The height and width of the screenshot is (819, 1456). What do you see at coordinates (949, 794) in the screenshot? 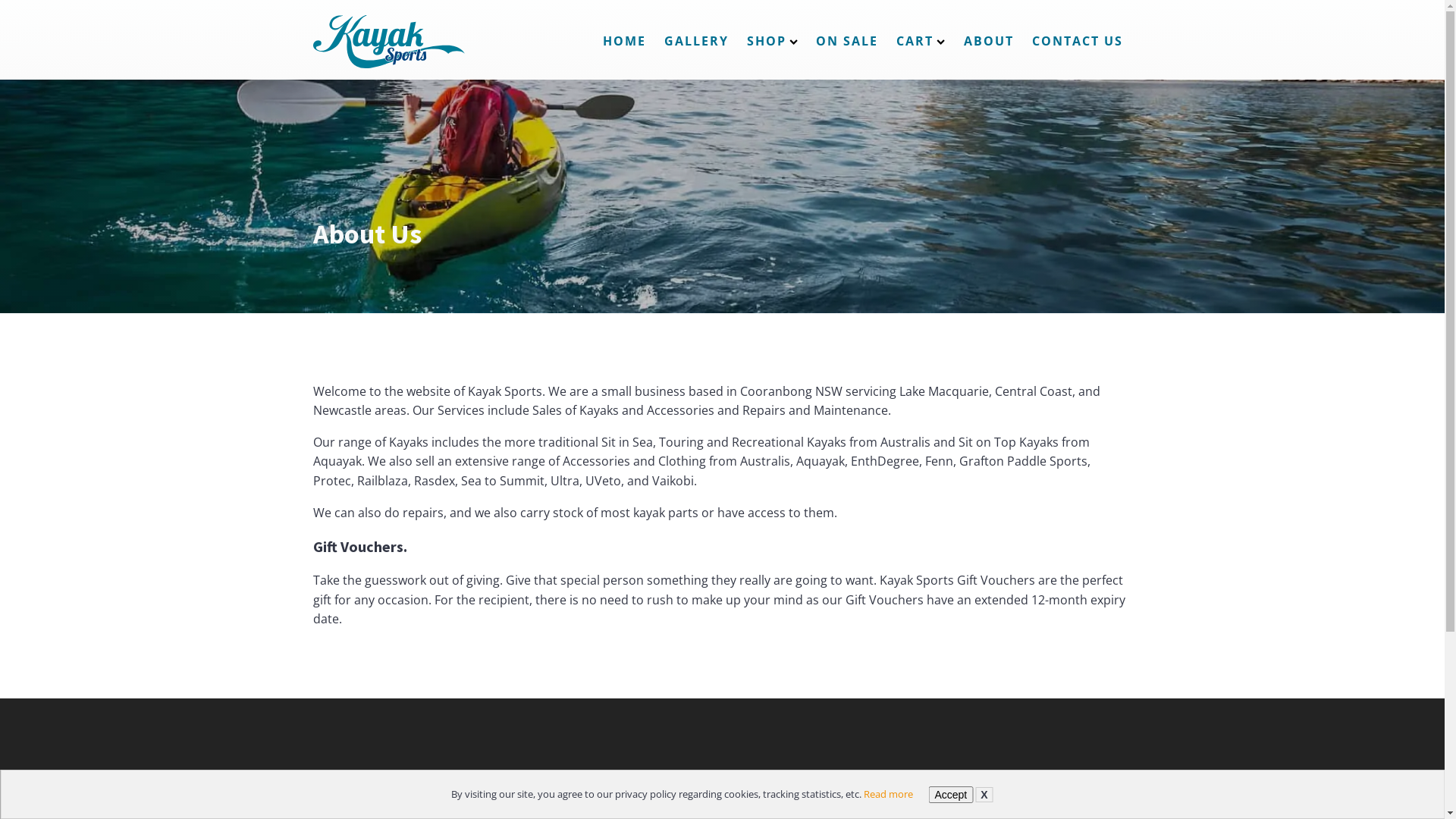
I see `'Accept'` at bounding box center [949, 794].